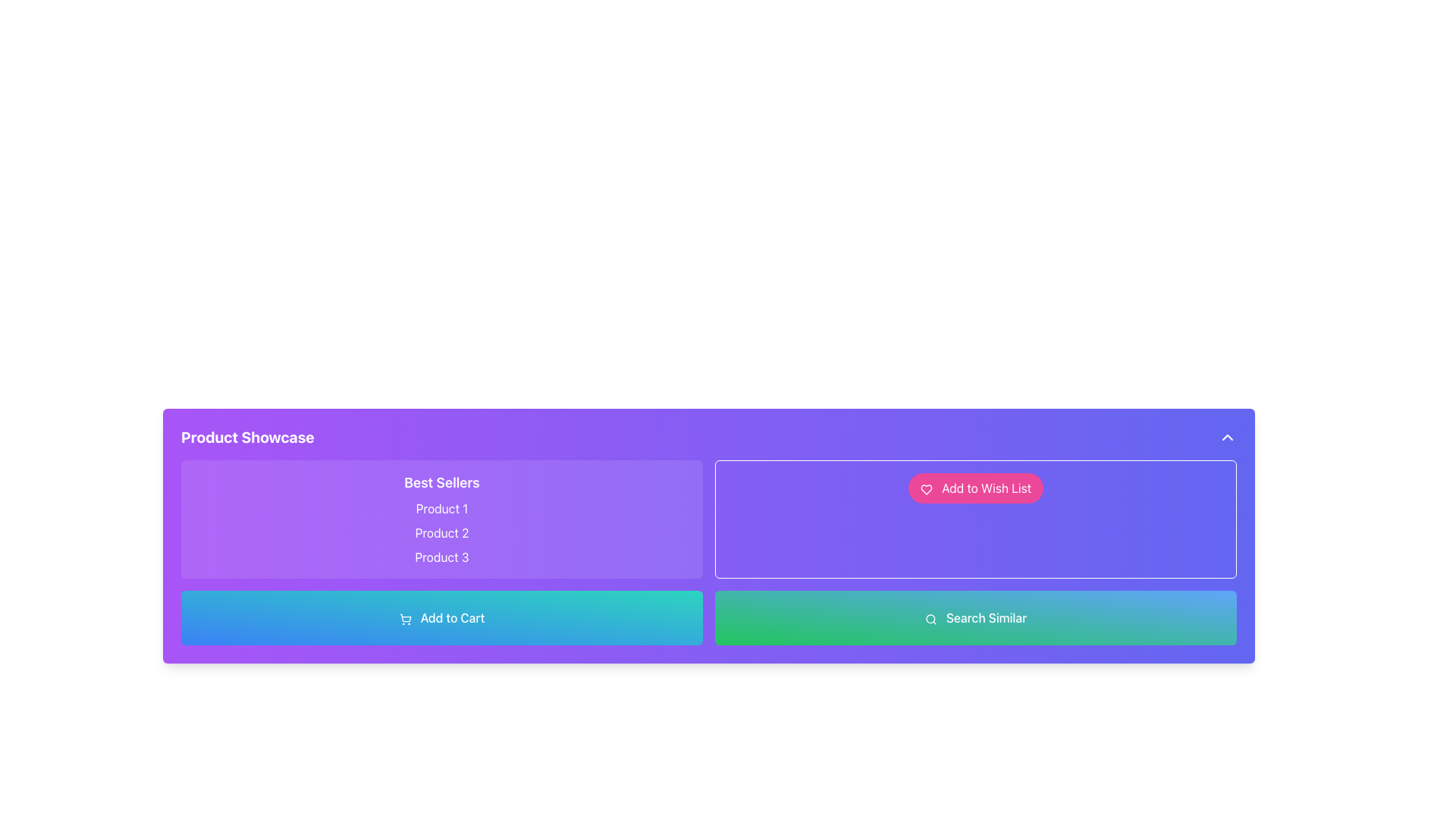  What do you see at coordinates (975, 617) in the screenshot?
I see `the 'Search Similar' button, which is the rightmost button below the 'Add to Wish List' button, featuring a magnifying glass icon and styled with a gradient background` at bounding box center [975, 617].